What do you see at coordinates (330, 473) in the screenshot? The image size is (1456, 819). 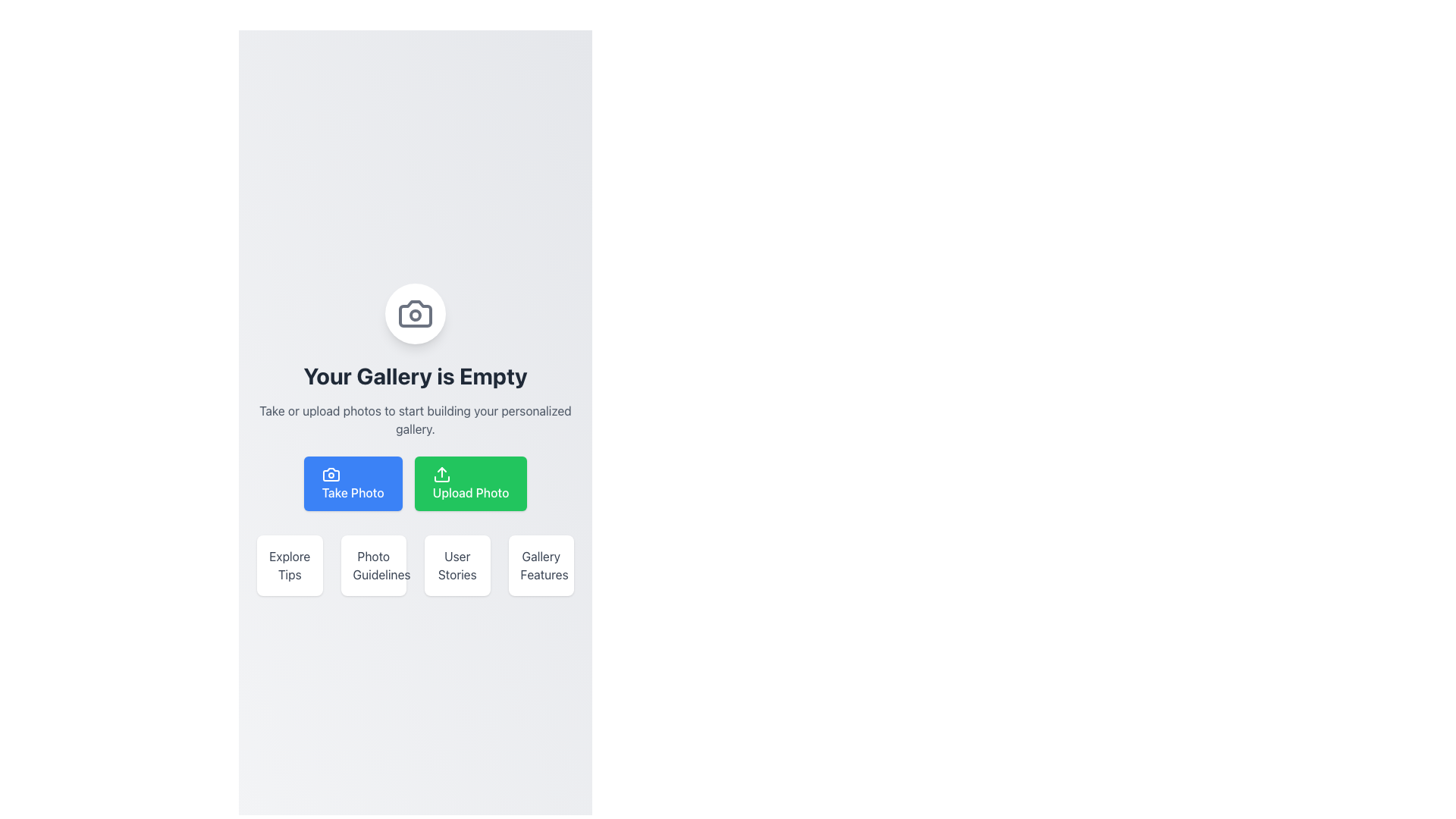 I see `the camera icon which is part of the 'Take Photo' button located above its textual label on the left side of the blue and green buttons` at bounding box center [330, 473].